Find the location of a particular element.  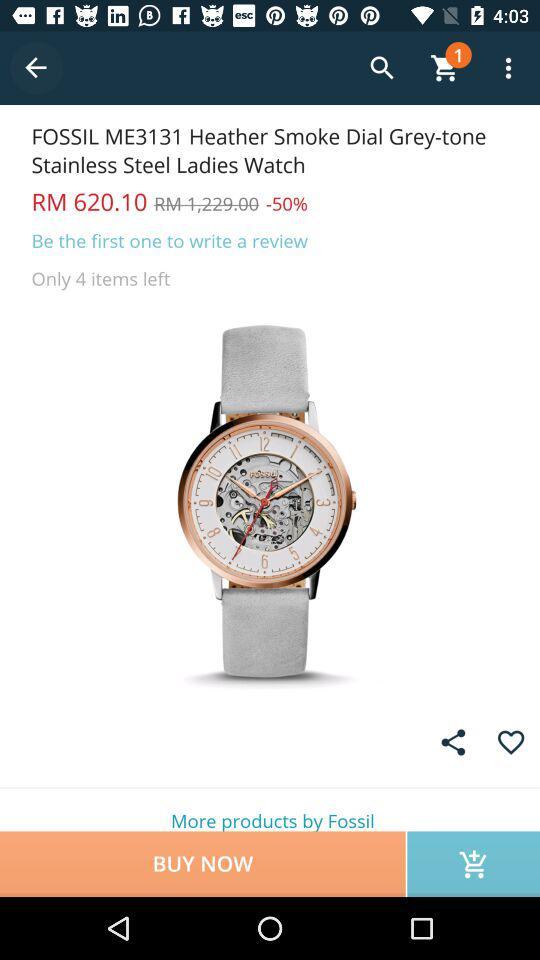

icon below more products by icon is located at coordinates (472, 863).